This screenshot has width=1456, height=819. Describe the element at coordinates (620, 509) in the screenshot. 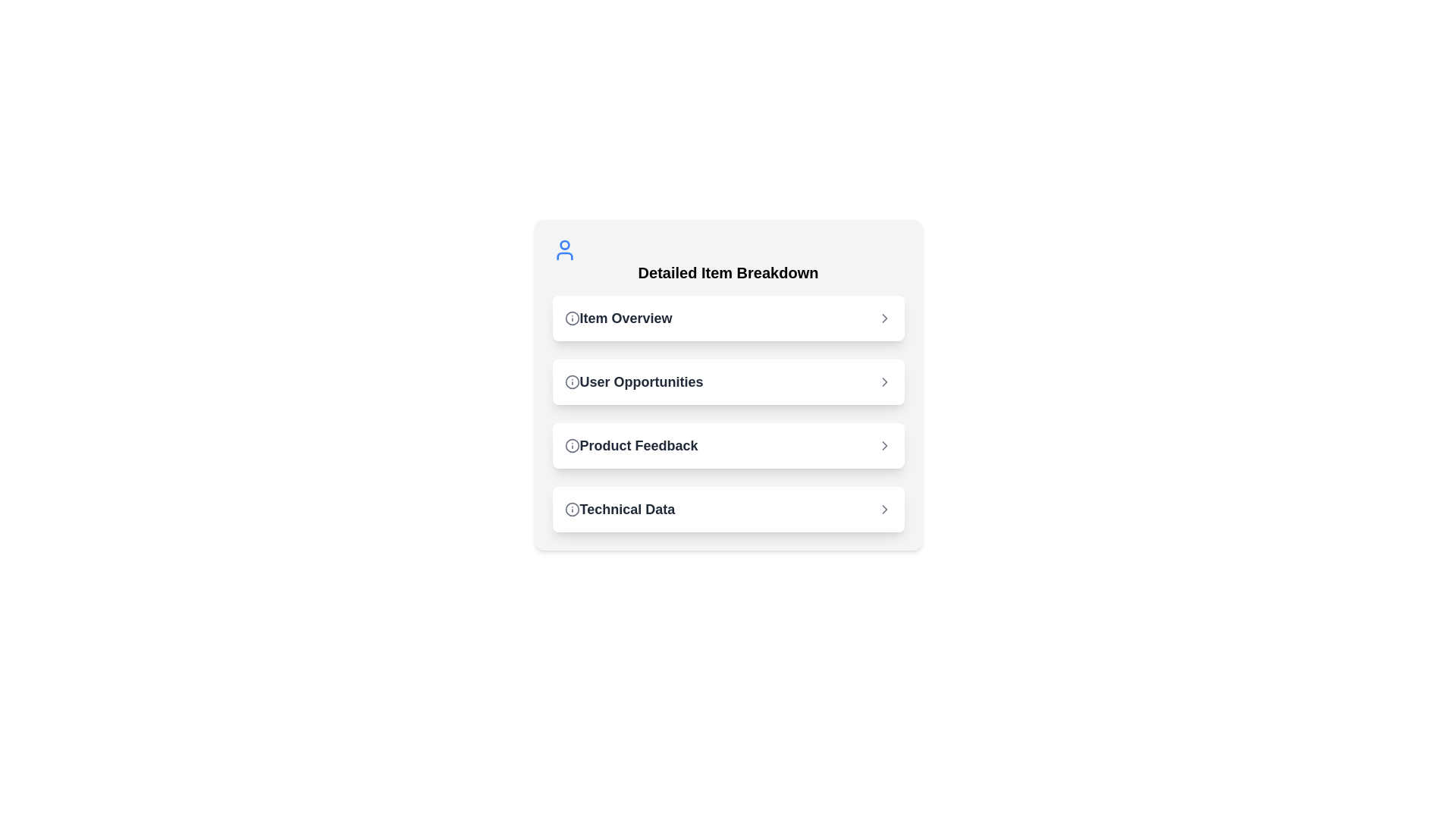

I see `the 'Technical Data' text label, which is the fourth item in a vertical list of sections` at that location.